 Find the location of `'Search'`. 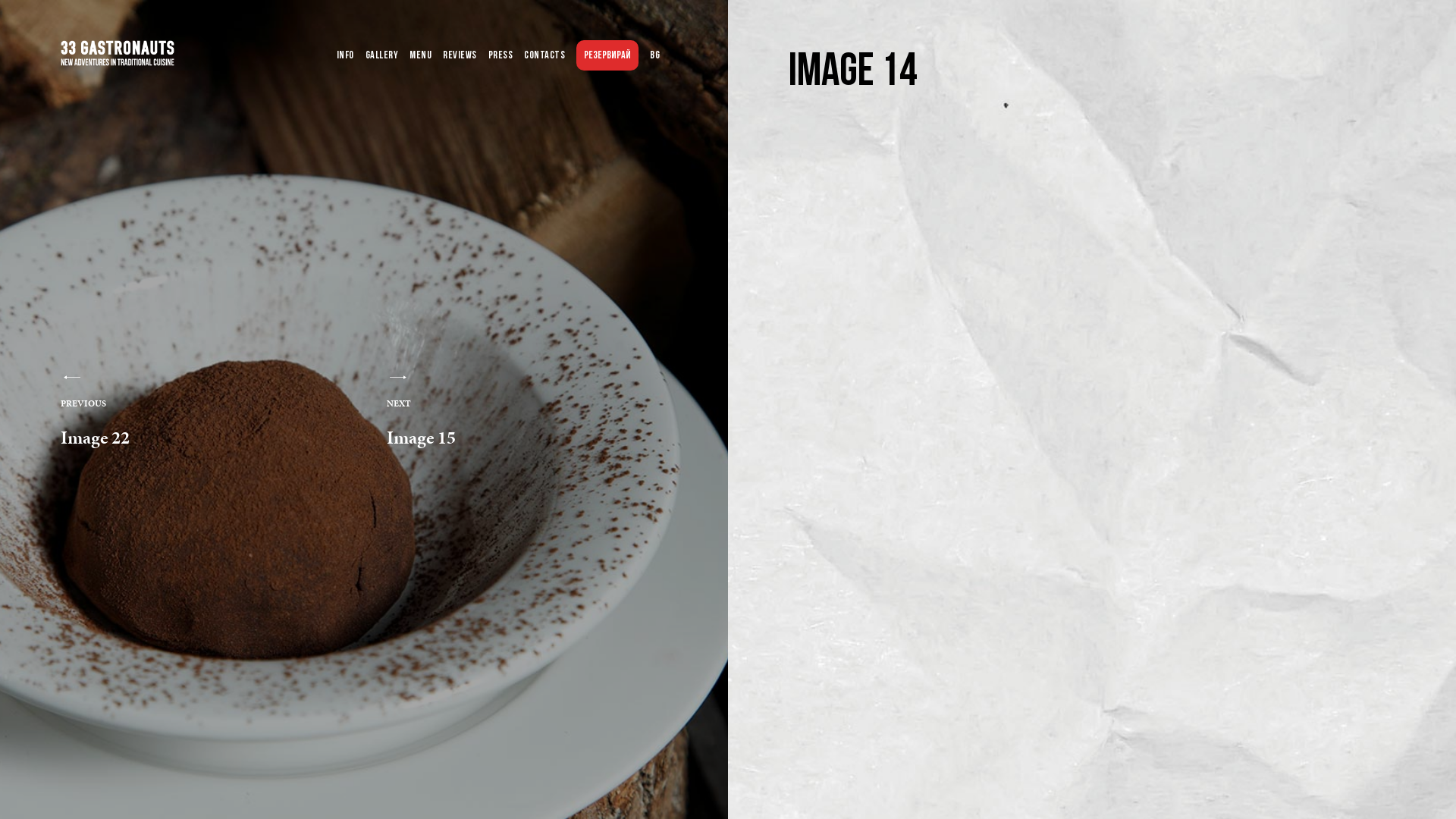

'Search' is located at coordinates (0, 14).